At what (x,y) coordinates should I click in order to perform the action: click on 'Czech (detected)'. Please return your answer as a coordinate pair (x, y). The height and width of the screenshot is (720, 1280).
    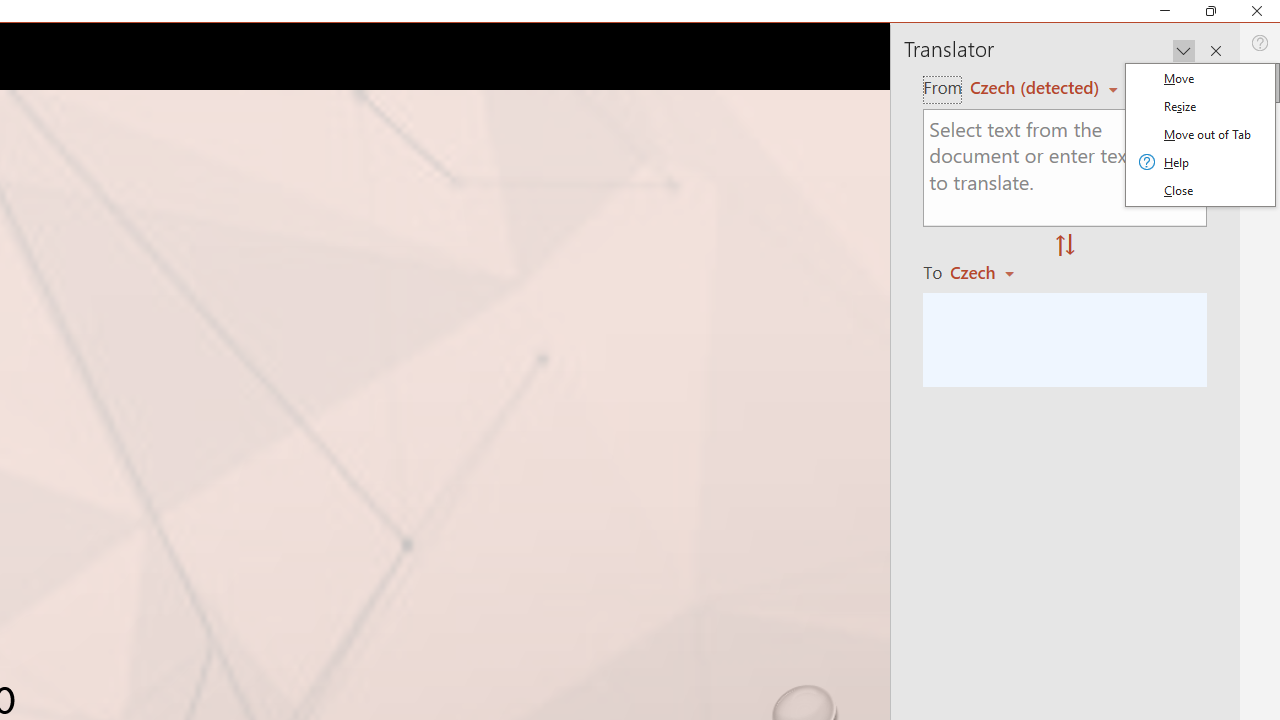
    Looking at the image, I should click on (1037, 86).